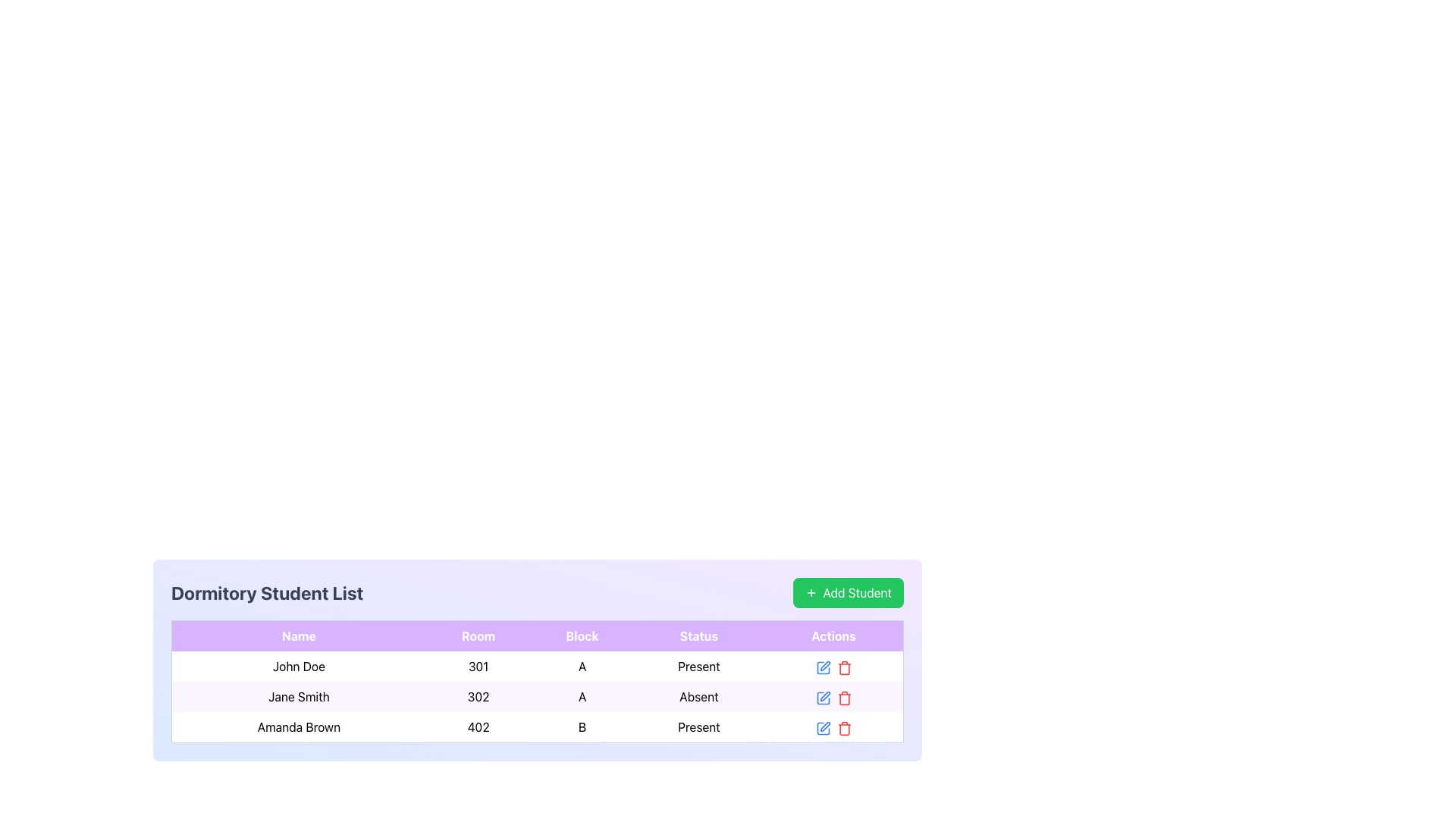 The height and width of the screenshot is (819, 1456). Describe the element at coordinates (824, 665) in the screenshot. I see `the Icon button in the Actions column of the first row corresponding to 'John Doe'` at that location.